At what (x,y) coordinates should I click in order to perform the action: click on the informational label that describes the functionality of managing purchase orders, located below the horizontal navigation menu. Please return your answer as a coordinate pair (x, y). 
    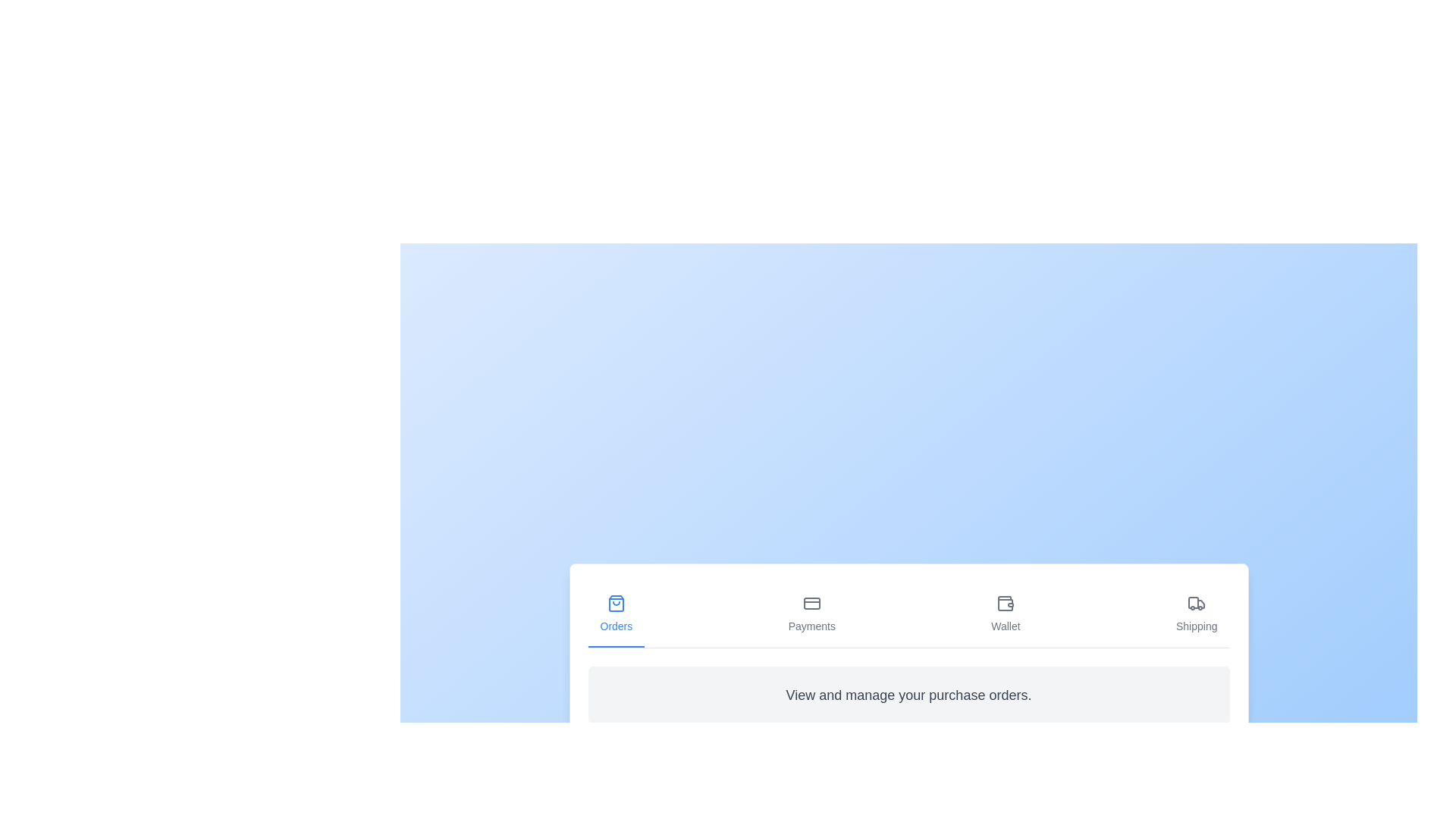
    Looking at the image, I should click on (908, 695).